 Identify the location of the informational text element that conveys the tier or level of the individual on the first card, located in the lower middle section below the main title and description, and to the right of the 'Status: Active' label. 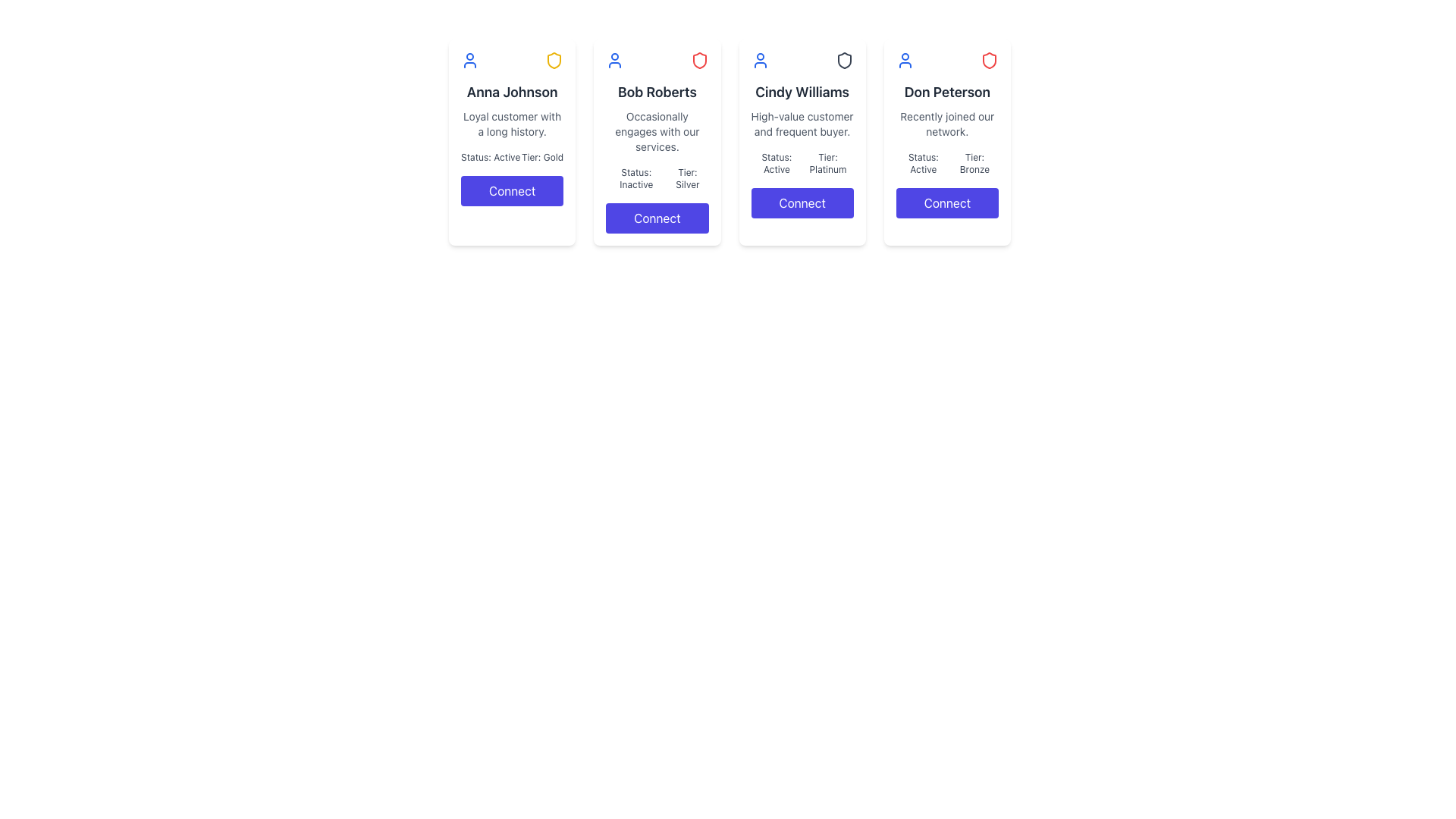
(542, 158).